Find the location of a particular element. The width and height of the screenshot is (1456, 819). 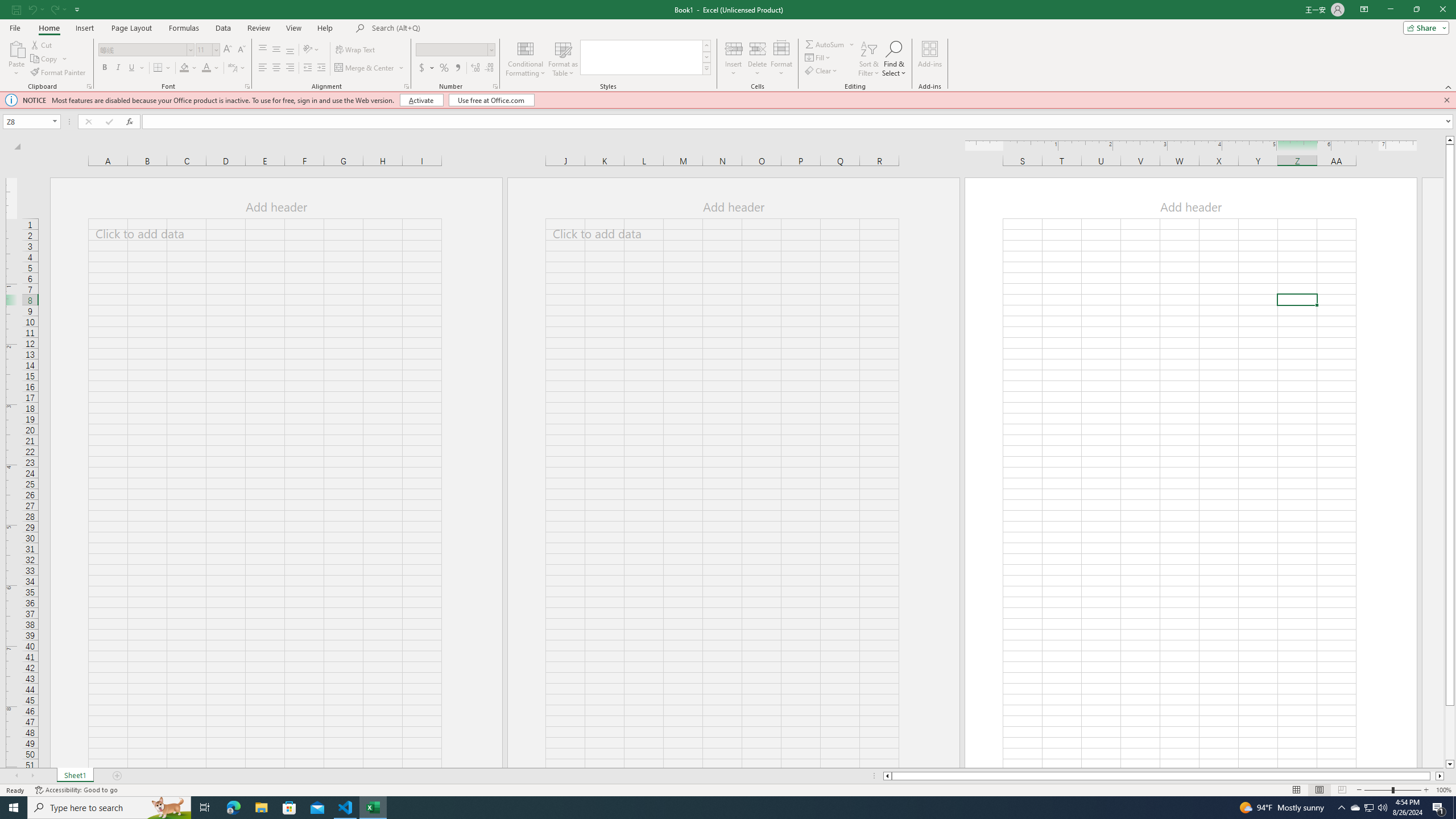

'Bold' is located at coordinates (104, 67).